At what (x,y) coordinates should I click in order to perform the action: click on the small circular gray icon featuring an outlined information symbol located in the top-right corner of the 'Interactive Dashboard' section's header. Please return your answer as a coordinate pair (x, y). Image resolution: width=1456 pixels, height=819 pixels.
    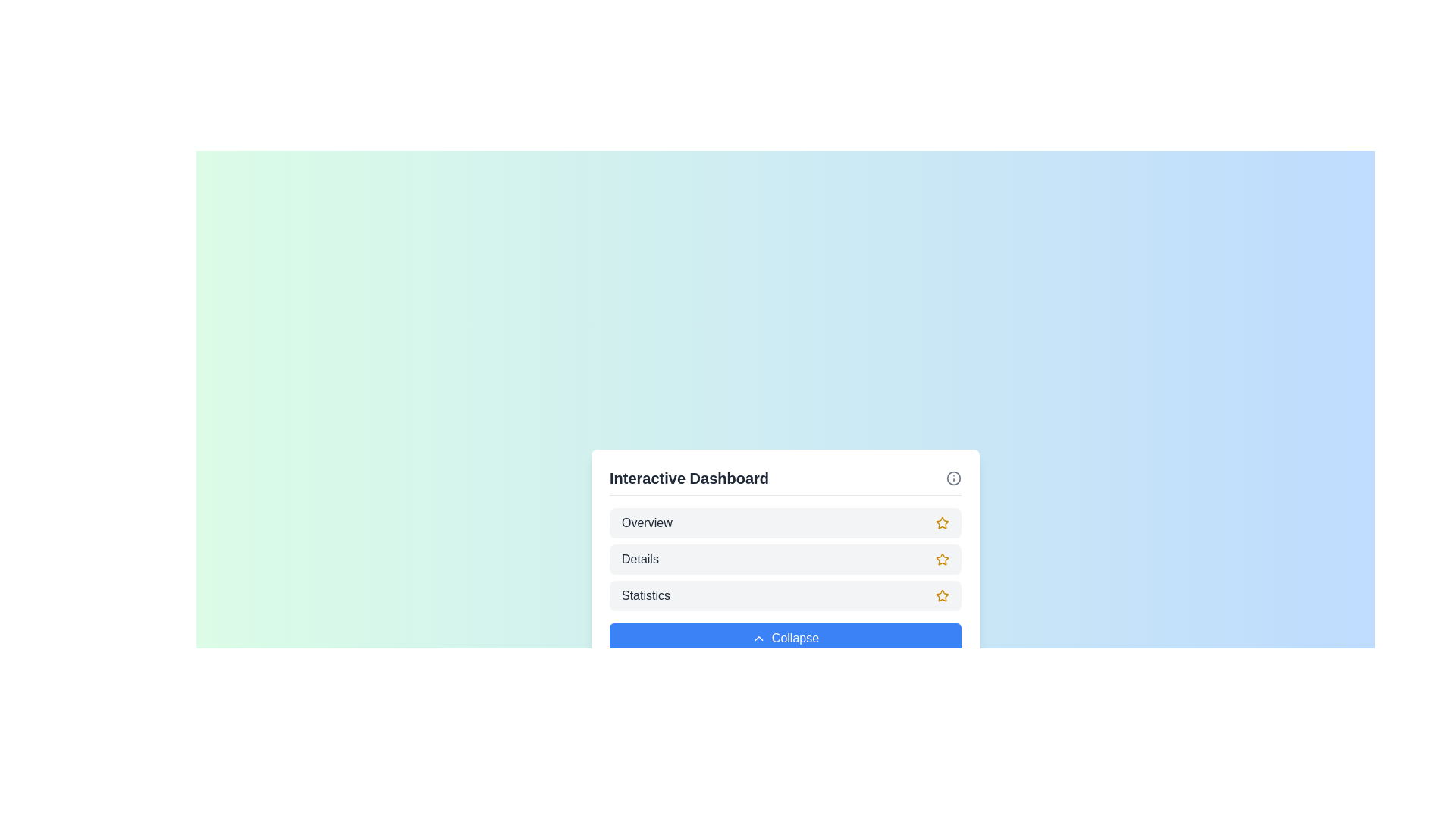
    Looking at the image, I should click on (952, 478).